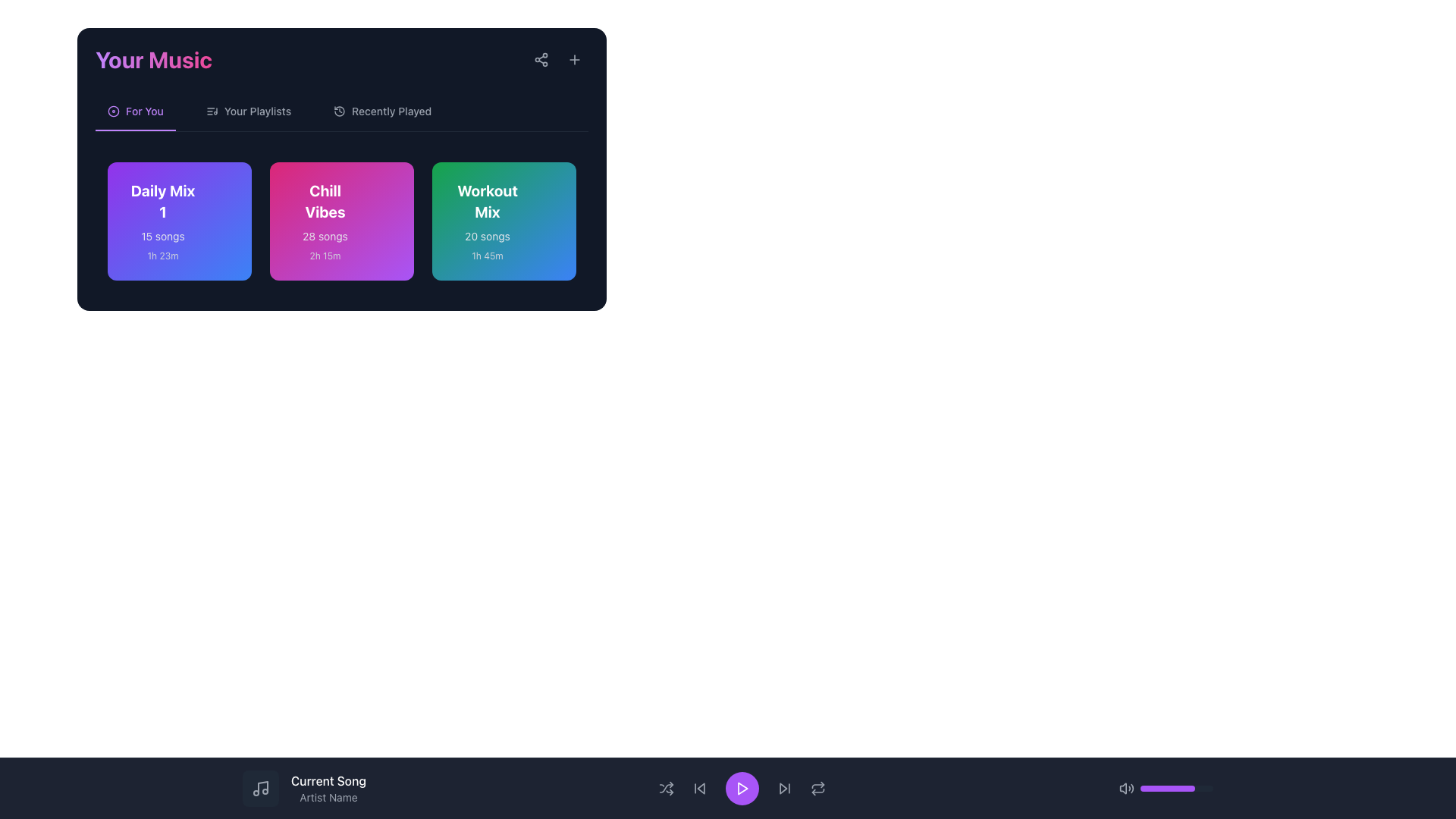 Image resolution: width=1456 pixels, height=819 pixels. Describe the element at coordinates (261, 788) in the screenshot. I see `the music icon located in the bottom-left corner of the footer section, which represents the currently playing song` at that location.